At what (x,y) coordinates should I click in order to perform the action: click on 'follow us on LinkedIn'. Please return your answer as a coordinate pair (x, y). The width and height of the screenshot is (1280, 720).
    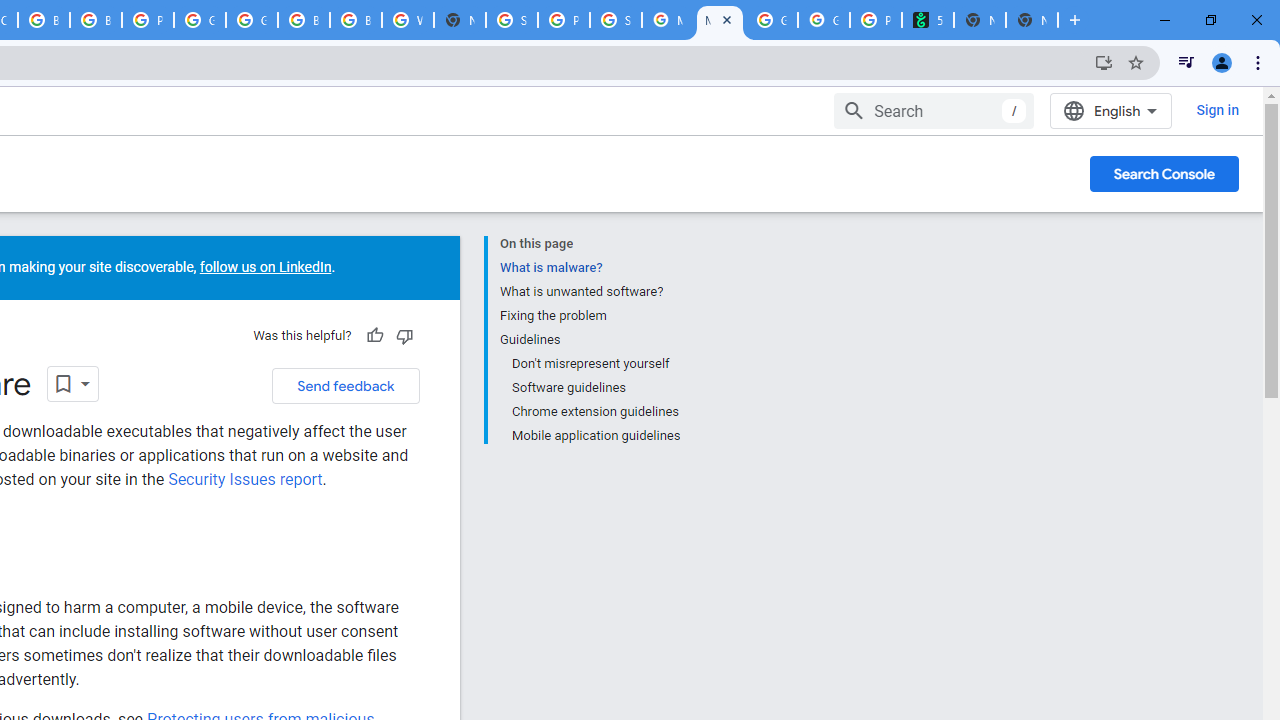
    Looking at the image, I should click on (263, 266).